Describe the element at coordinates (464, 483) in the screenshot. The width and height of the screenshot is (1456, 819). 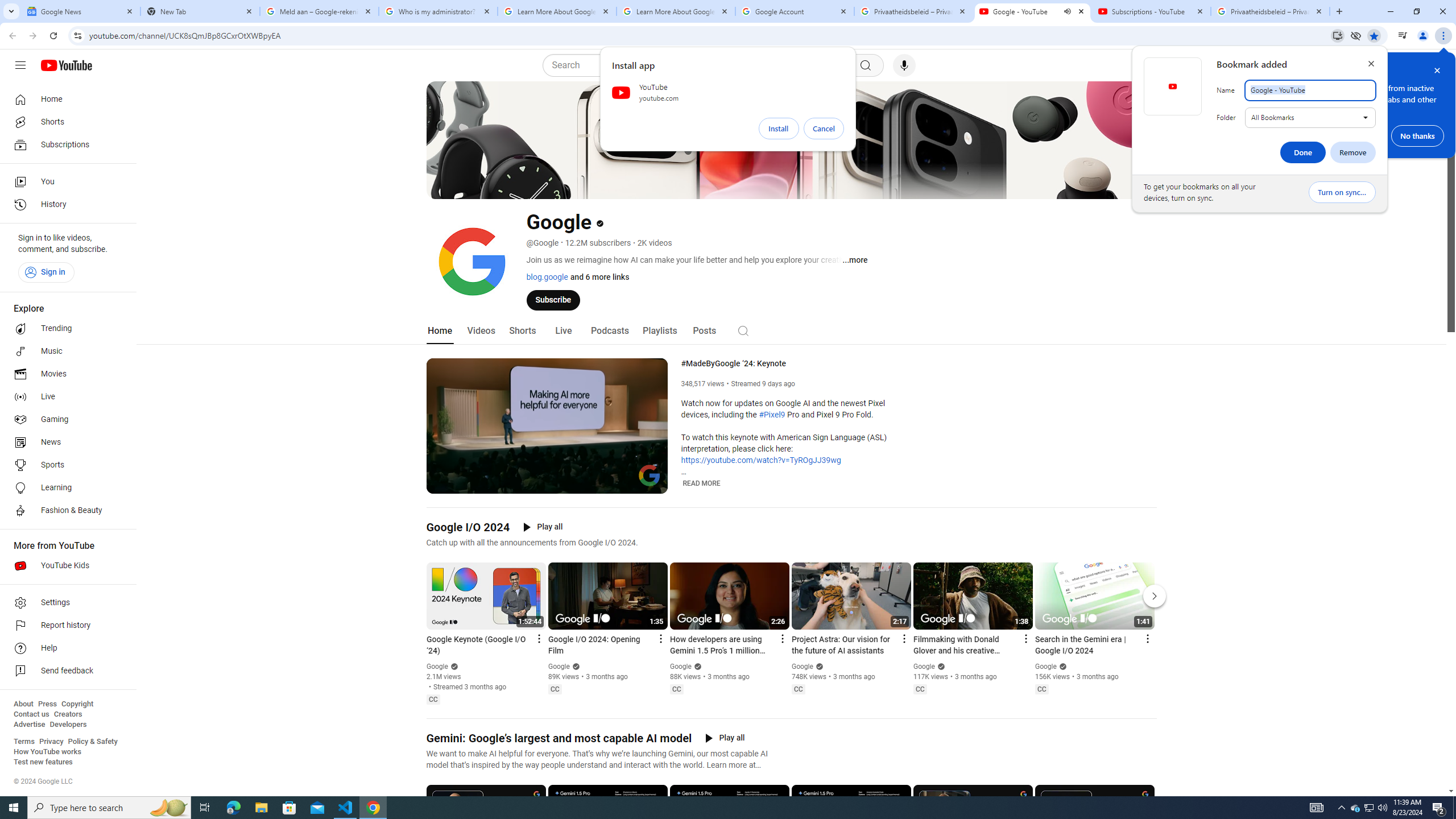
I see `'Mute (m)'` at that location.